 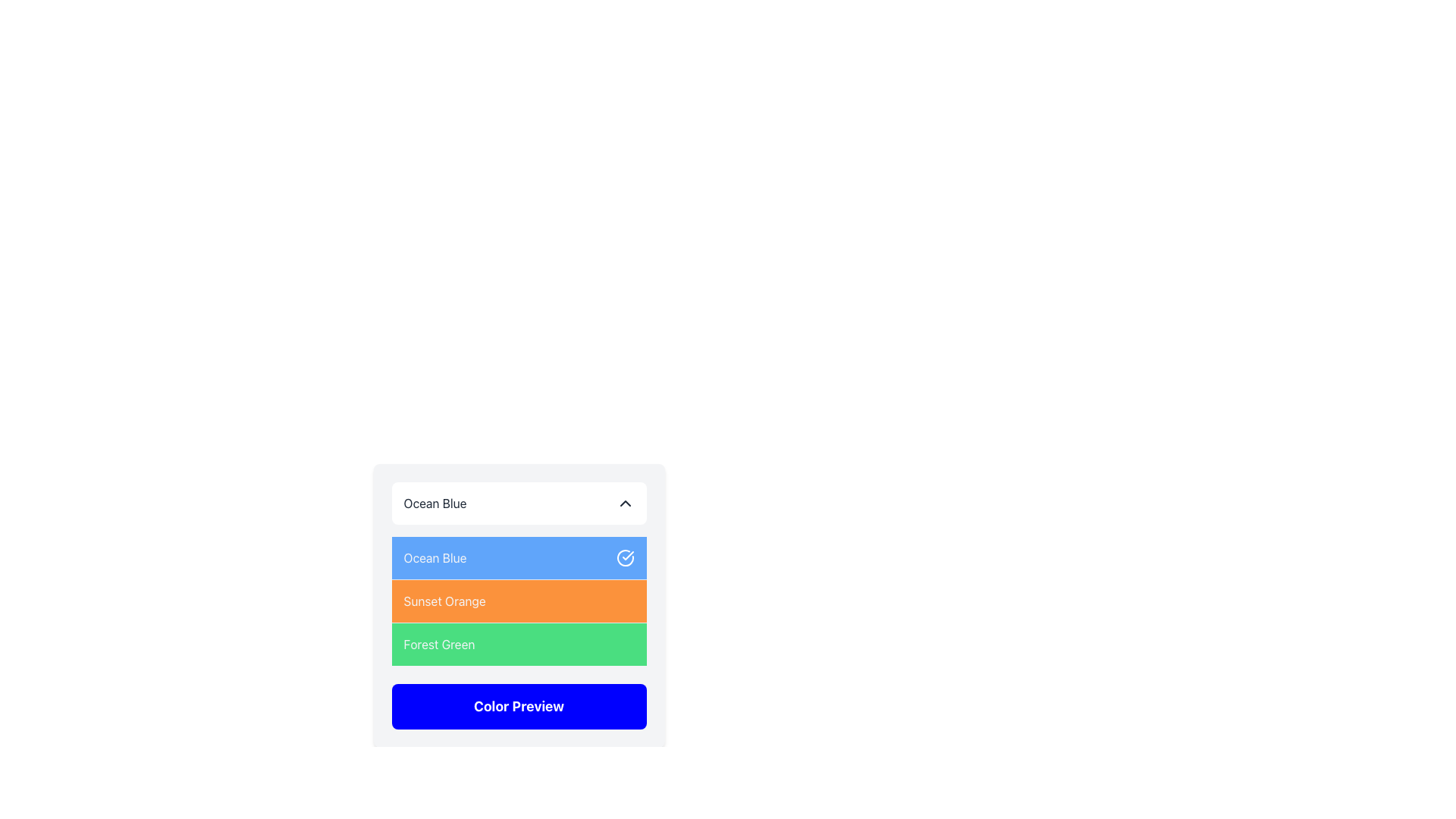 What do you see at coordinates (625, 503) in the screenshot?
I see `down-chevron dropdown toggle icon located at the far right of the white rounded rectangle box labeled 'Ocean Blue' for additional actions` at bounding box center [625, 503].